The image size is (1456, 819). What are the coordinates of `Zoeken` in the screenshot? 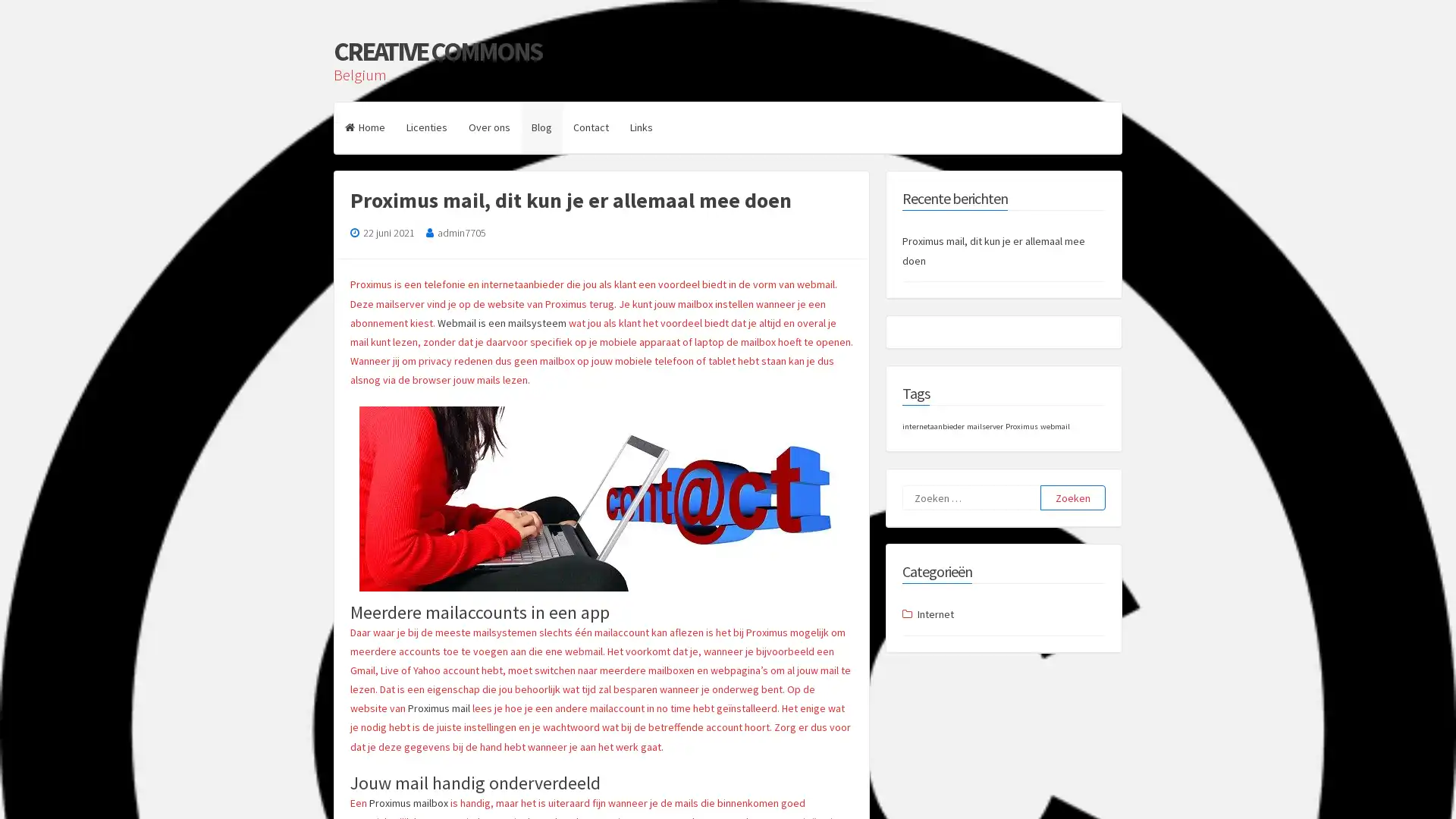 It's located at (1072, 497).